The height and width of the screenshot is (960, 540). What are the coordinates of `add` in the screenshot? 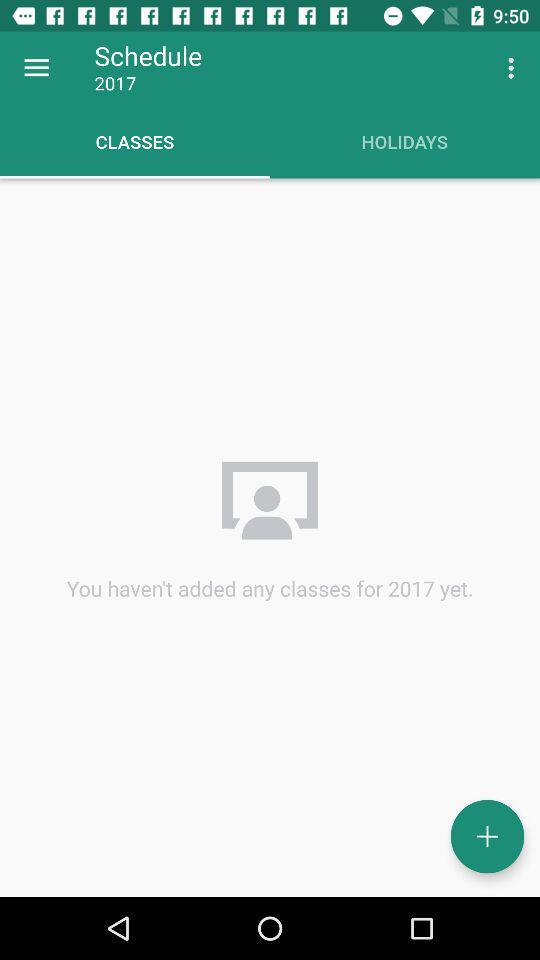 It's located at (486, 836).